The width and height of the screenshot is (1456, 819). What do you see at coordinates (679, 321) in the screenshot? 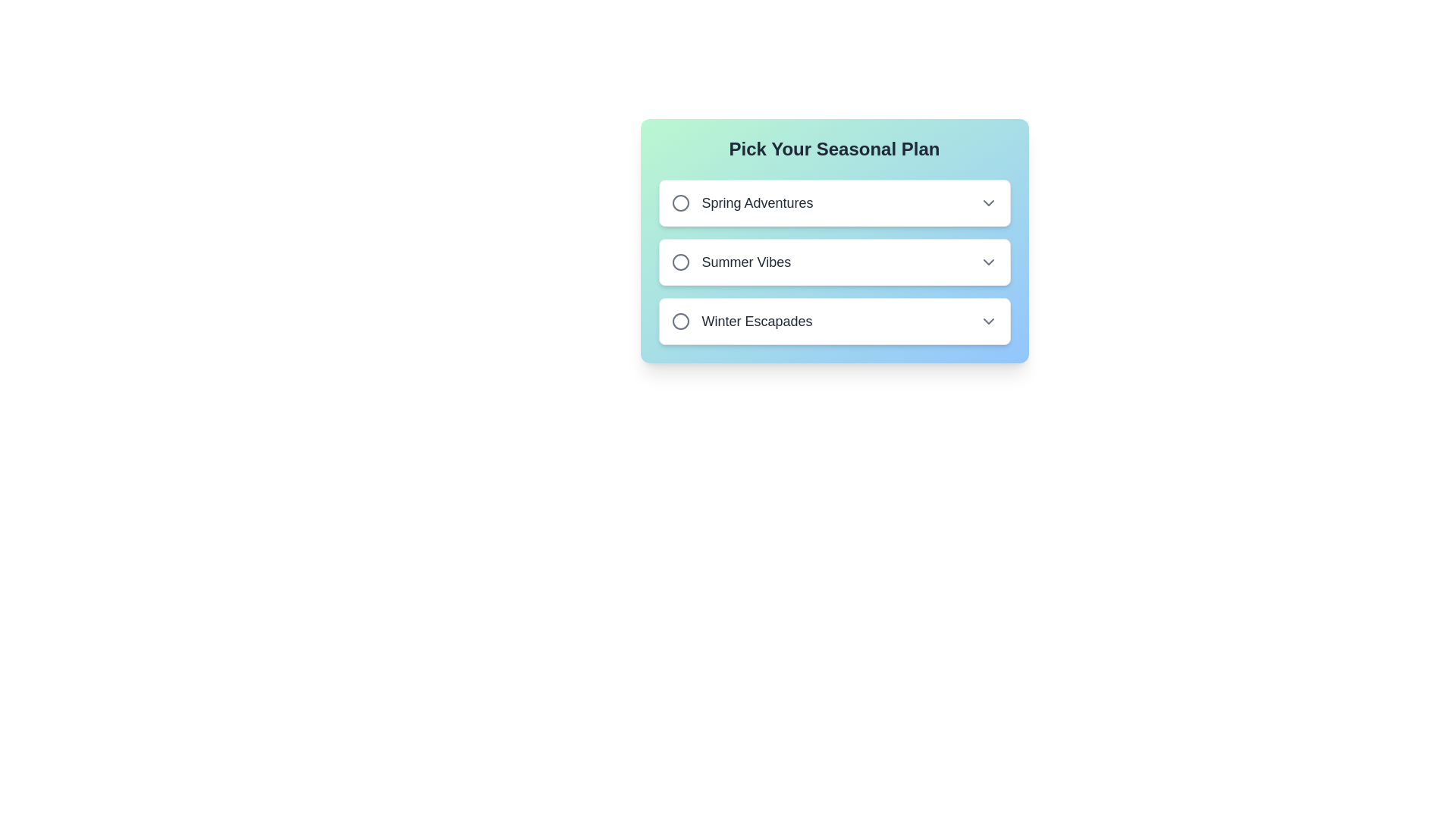
I see `the circular radio button indicator located next to the label 'Winter Escapades', which is the third option in the vertical list` at bounding box center [679, 321].